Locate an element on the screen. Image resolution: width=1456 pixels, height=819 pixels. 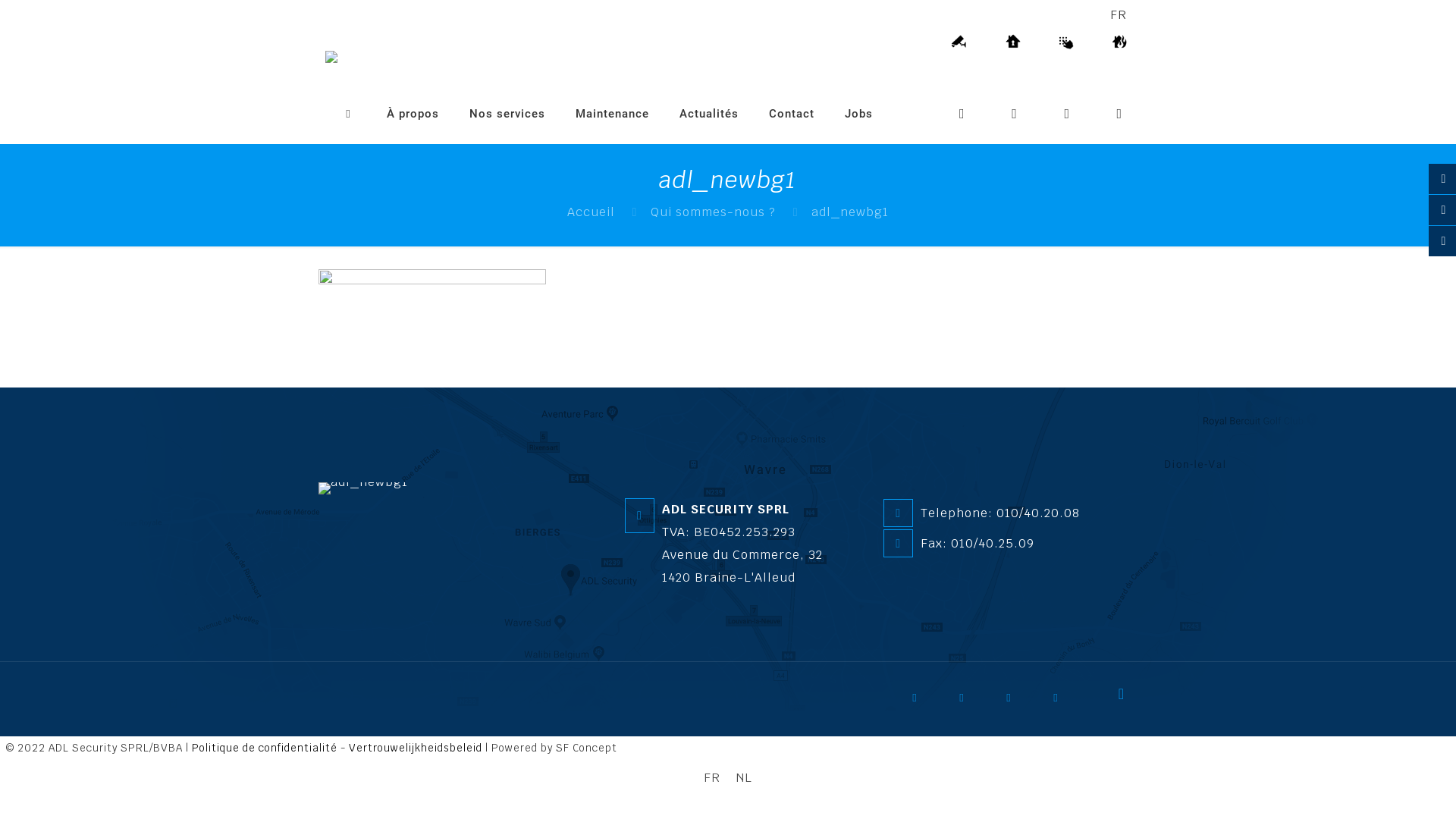
'adl_newbg1' is located at coordinates (362, 488).